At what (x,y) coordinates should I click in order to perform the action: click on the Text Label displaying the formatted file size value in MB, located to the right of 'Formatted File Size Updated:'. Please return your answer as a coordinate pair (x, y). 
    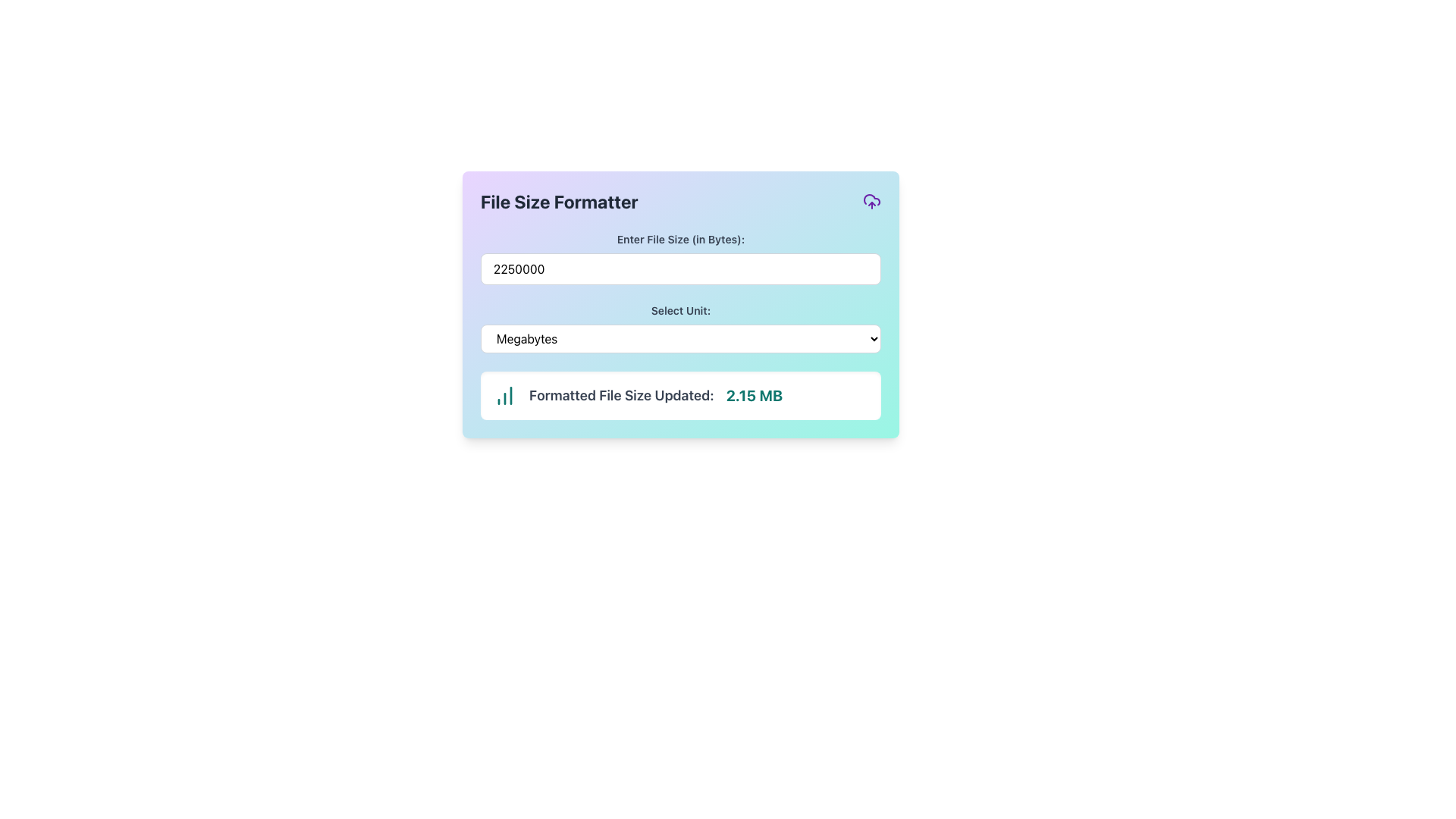
    Looking at the image, I should click on (754, 394).